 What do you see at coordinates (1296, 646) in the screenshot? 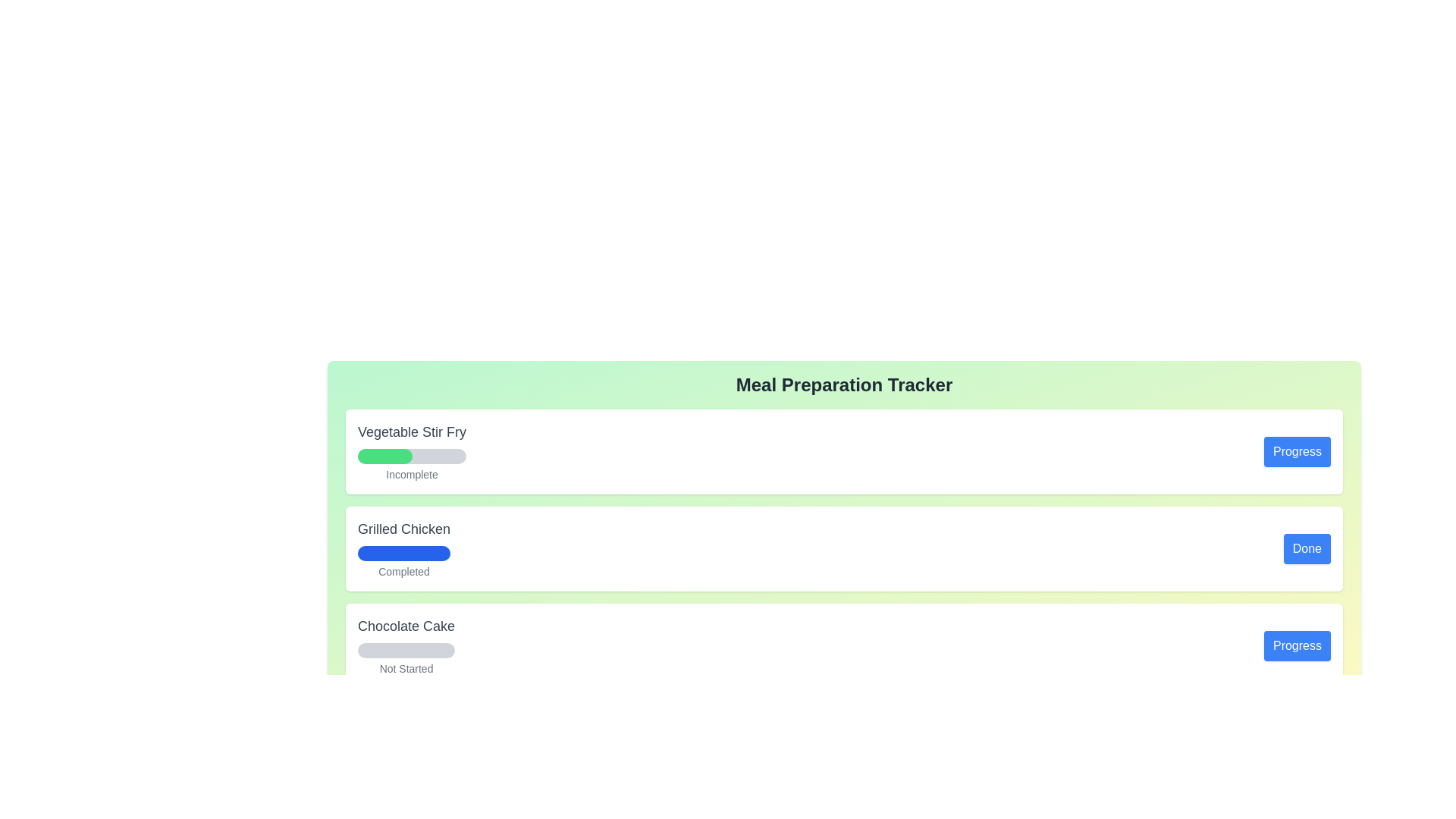
I see `the 'Progress' button` at bounding box center [1296, 646].